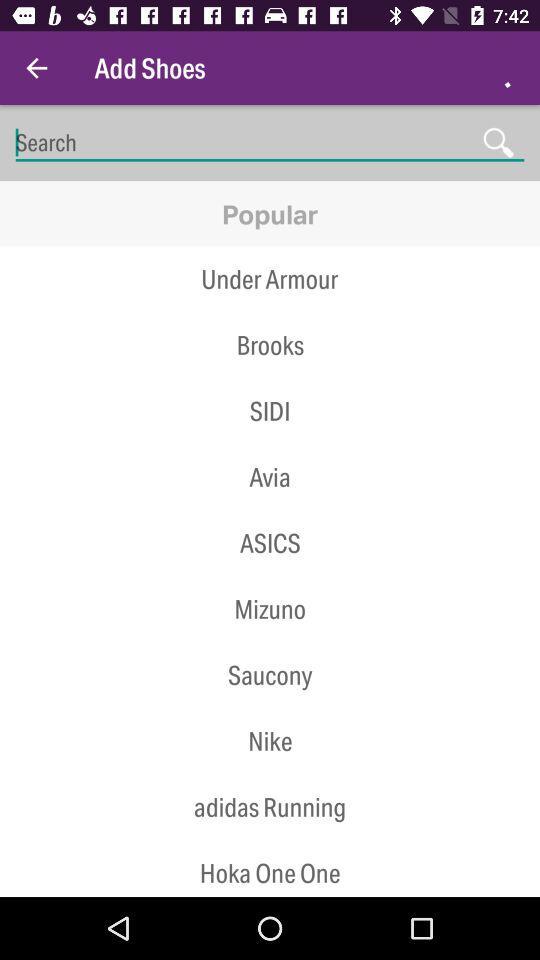 The height and width of the screenshot is (960, 540). What do you see at coordinates (270, 708) in the screenshot?
I see `the item below the saucony icon` at bounding box center [270, 708].